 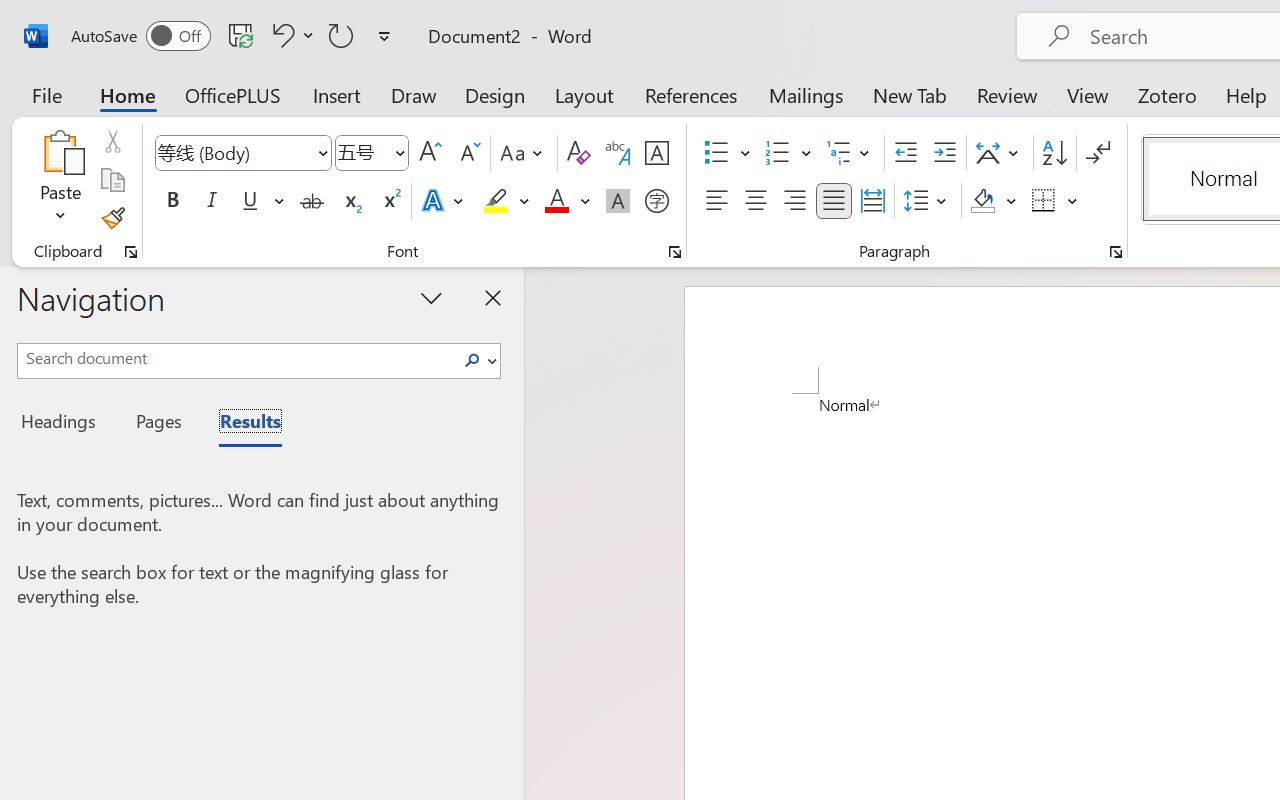 I want to click on 'Italic', so click(x=212, y=201).